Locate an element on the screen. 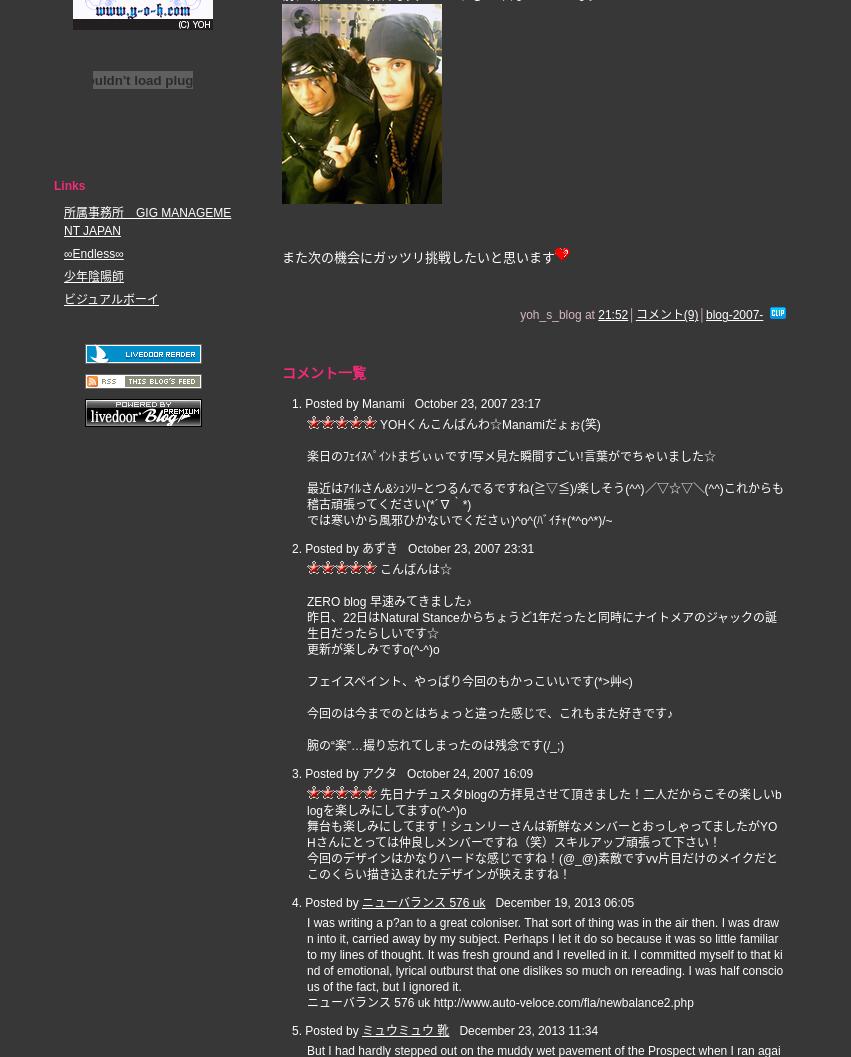 This screenshot has height=1057, width=851. '今回のデザインはかなりハードな感じですね！(@_@)素敵ですvv片目だけのメイクだとこのくらい描き込まれたデザインが映えますね！' is located at coordinates (541, 865).